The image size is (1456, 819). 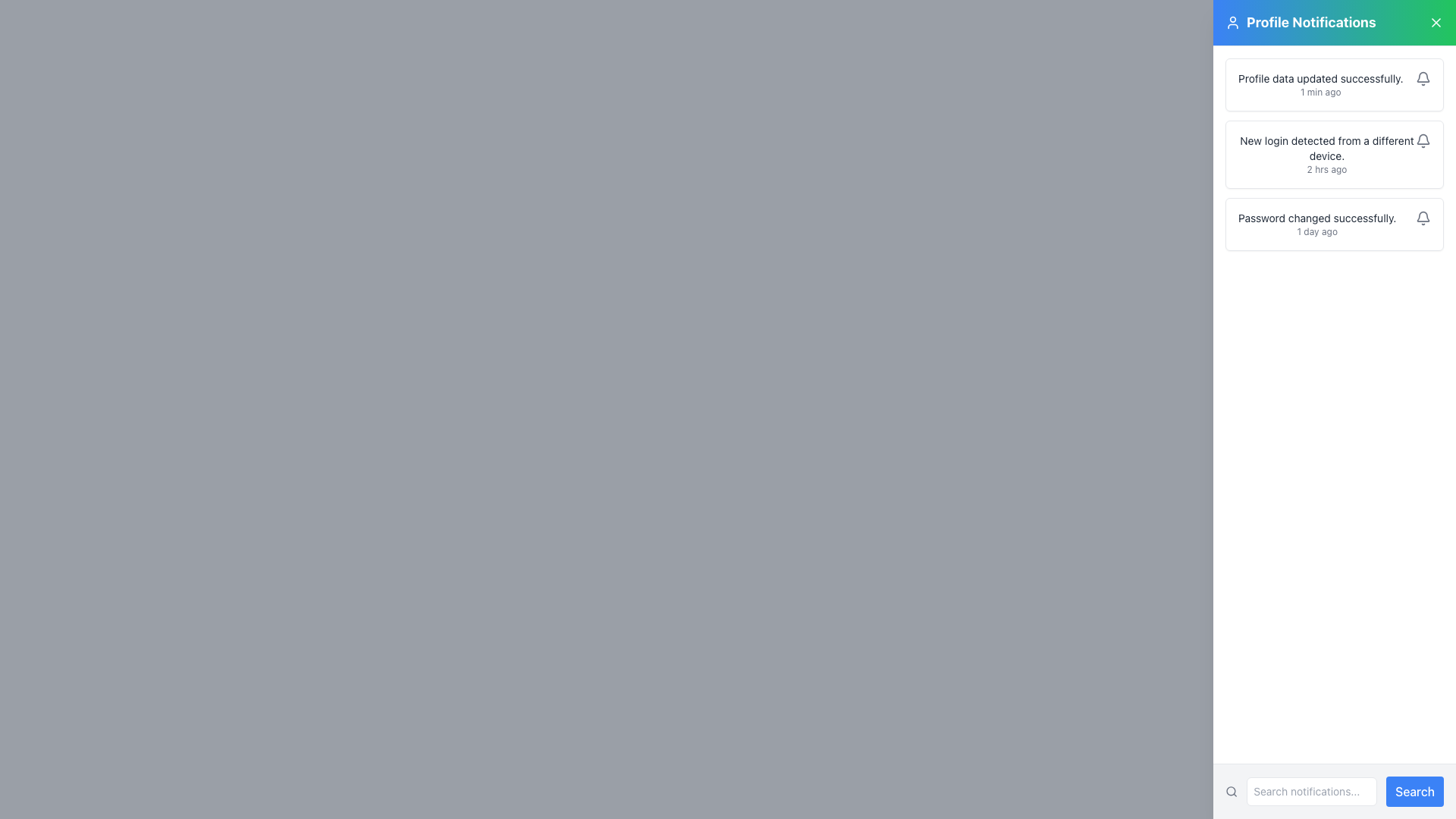 I want to click on the text label that displays 'Profile data updated successfully.' in the notification panel located on the right side of the interface, so click(x=1319, y=79).